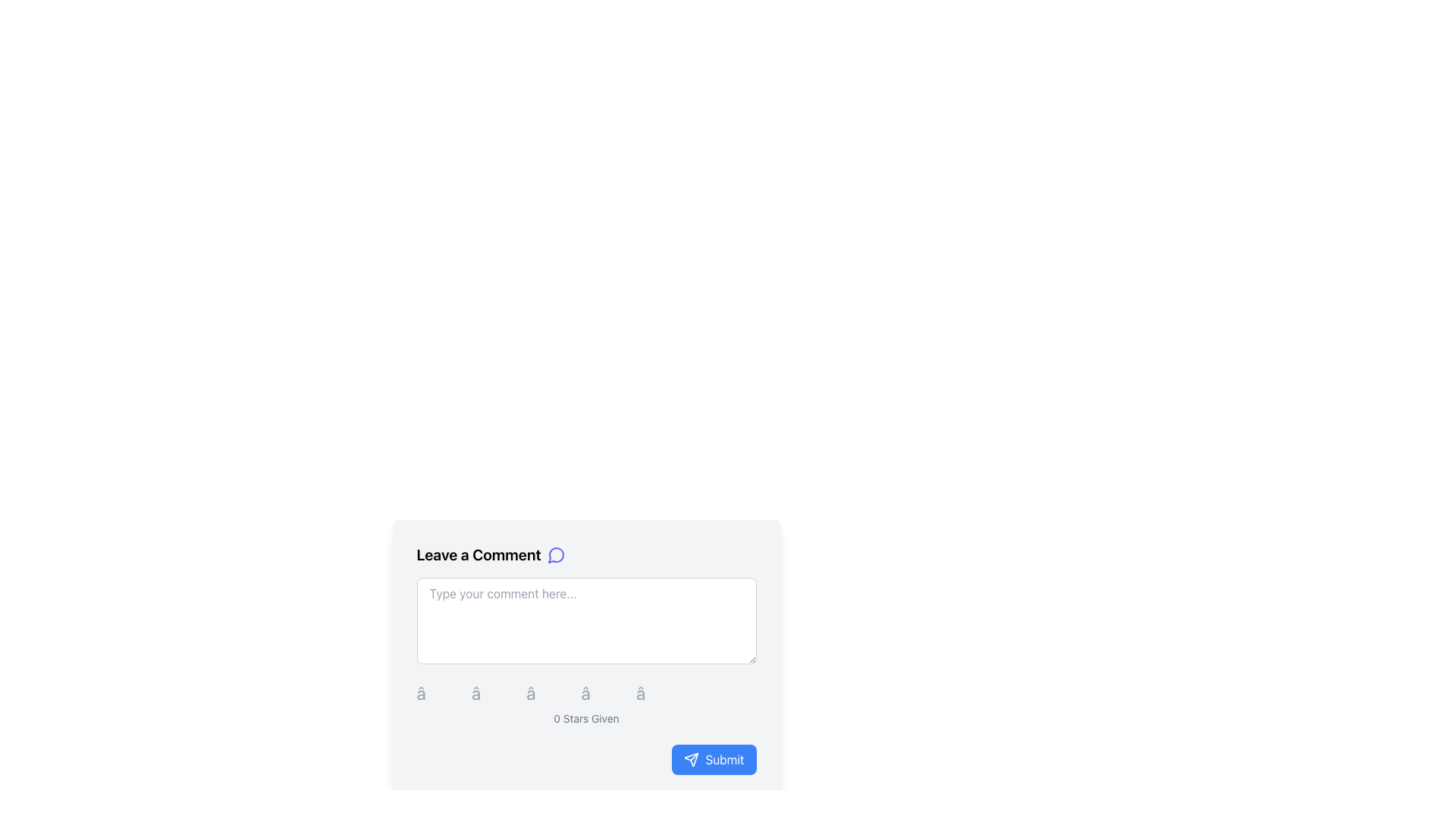  Describe the element at coordinates (585, 693) in the screenshot. I see `the fourth star in the five-star rating system to set the rating to four stars` at that location.